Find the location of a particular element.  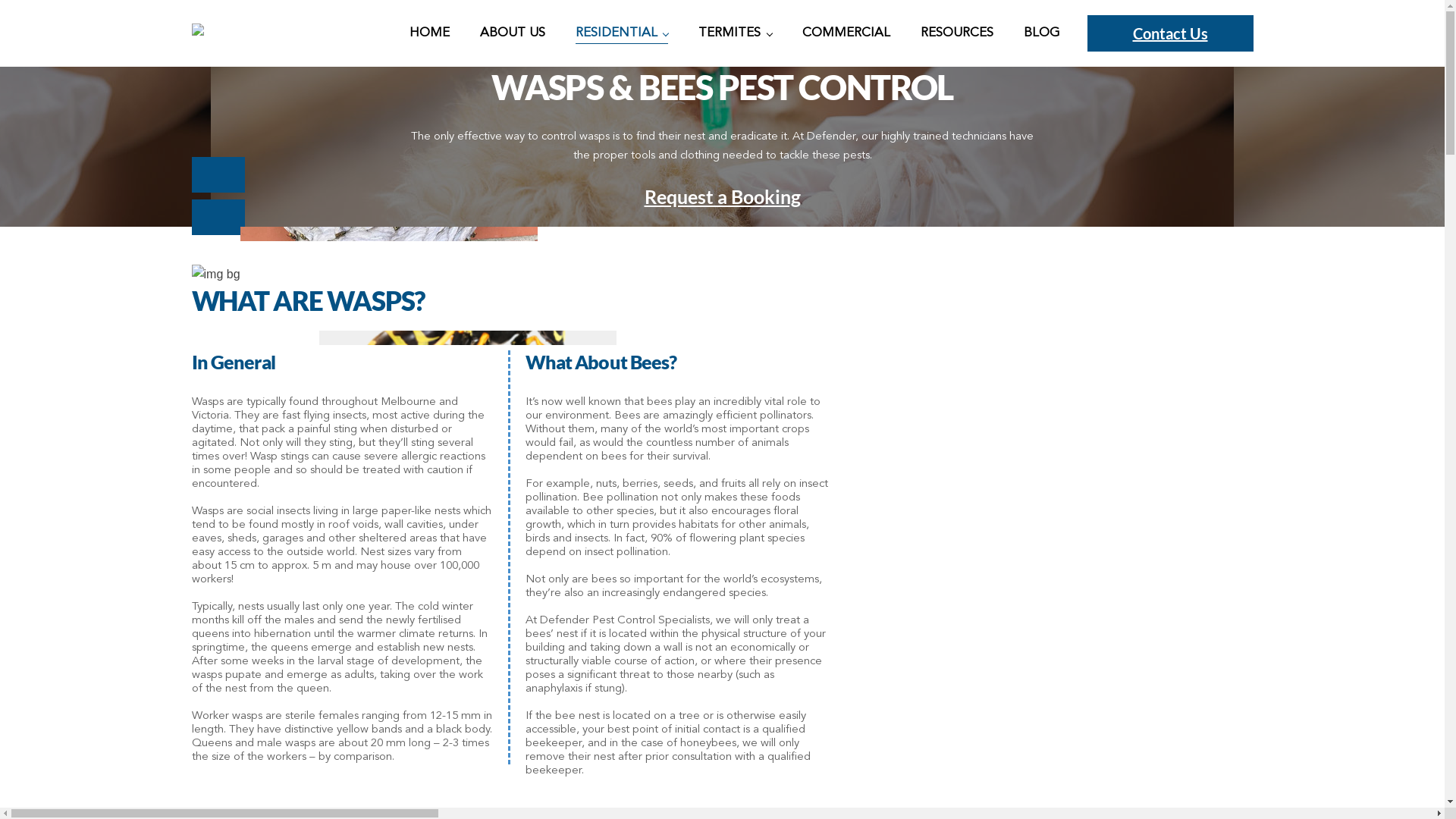

'Contact Us' is located at coordinates (1169, 33).